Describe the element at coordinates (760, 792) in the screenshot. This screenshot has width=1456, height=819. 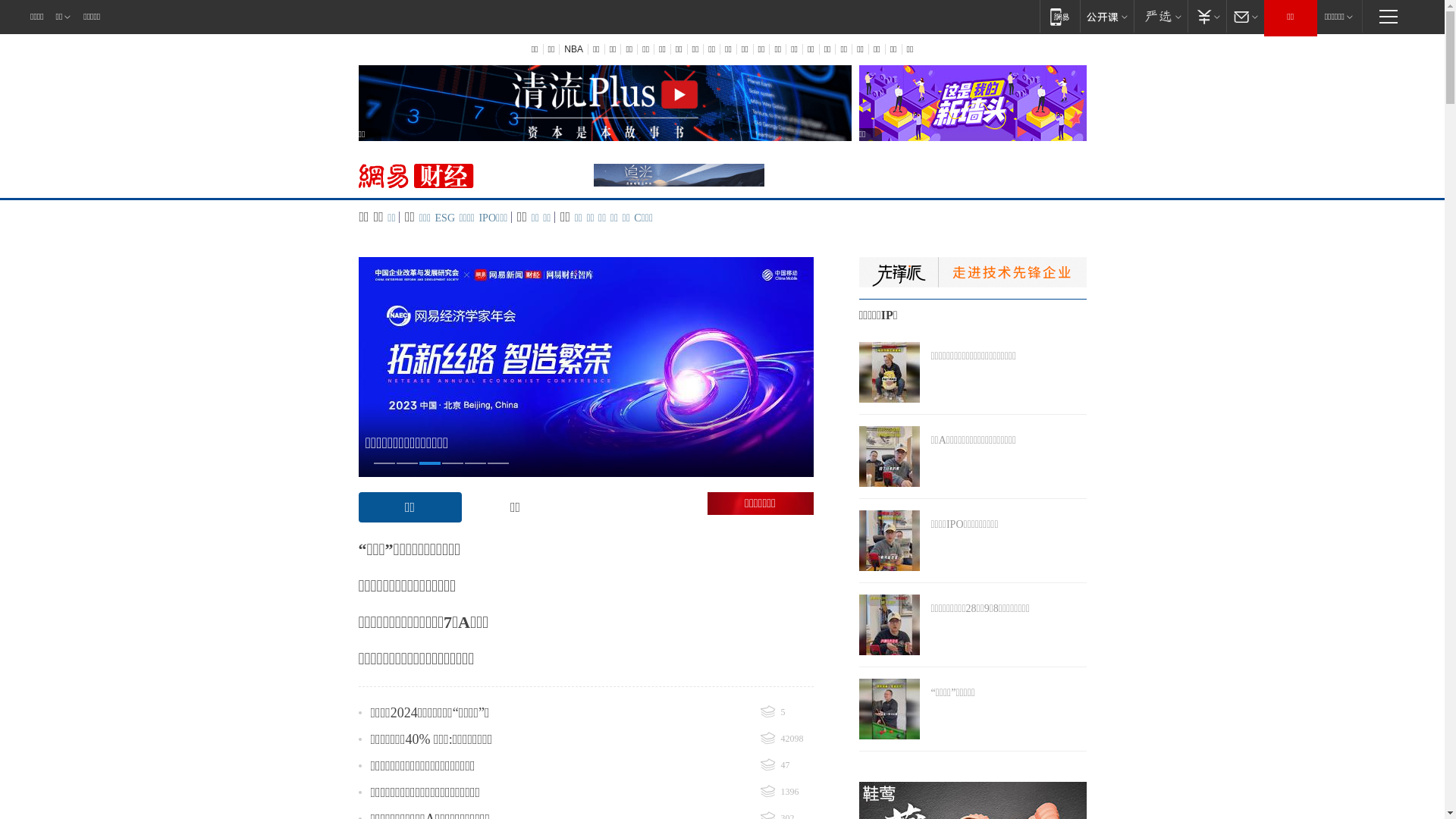
I see `'1396'` at that location.